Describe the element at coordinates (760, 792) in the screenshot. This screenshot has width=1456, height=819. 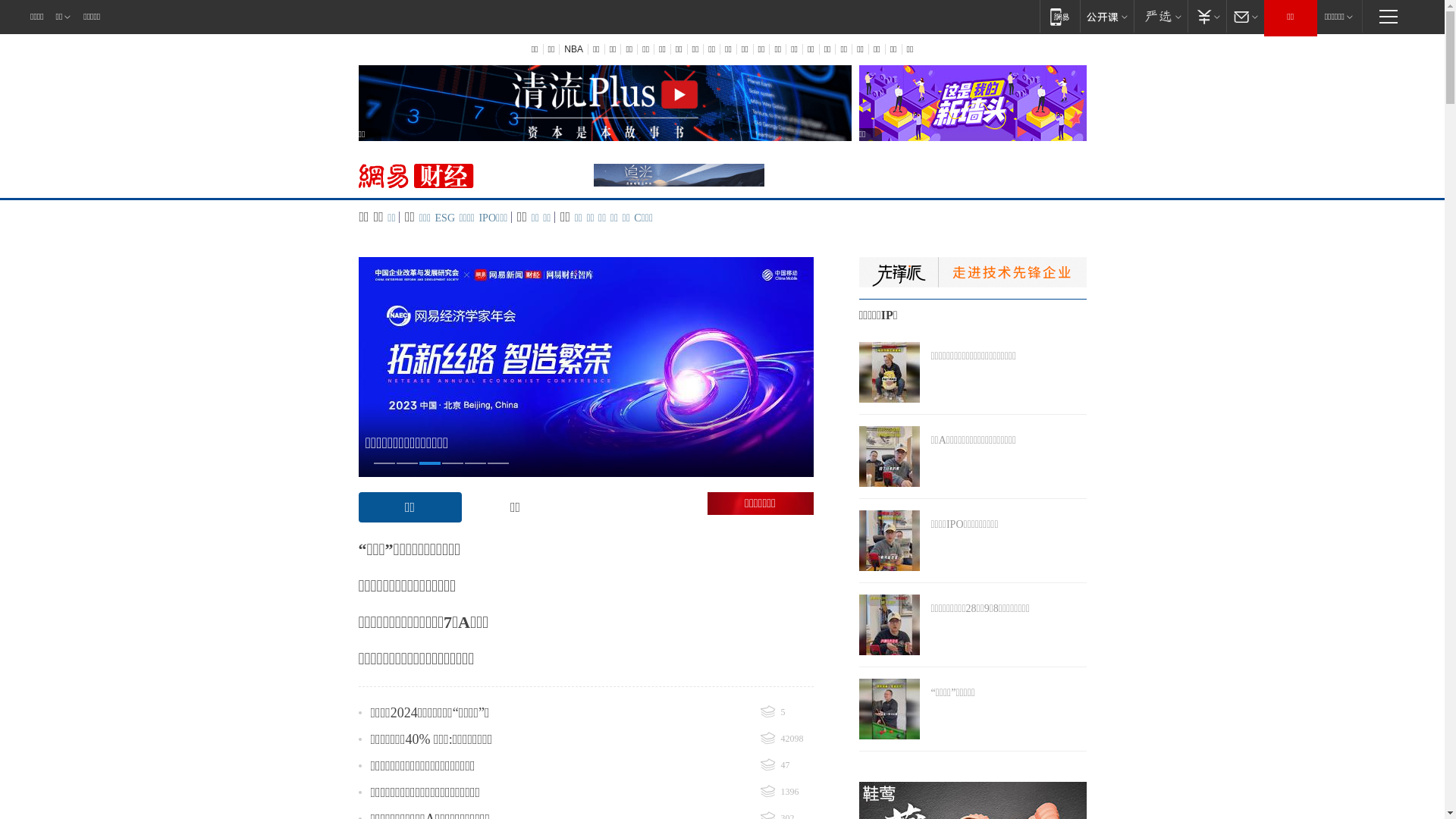
I see `'1396'` at that location.